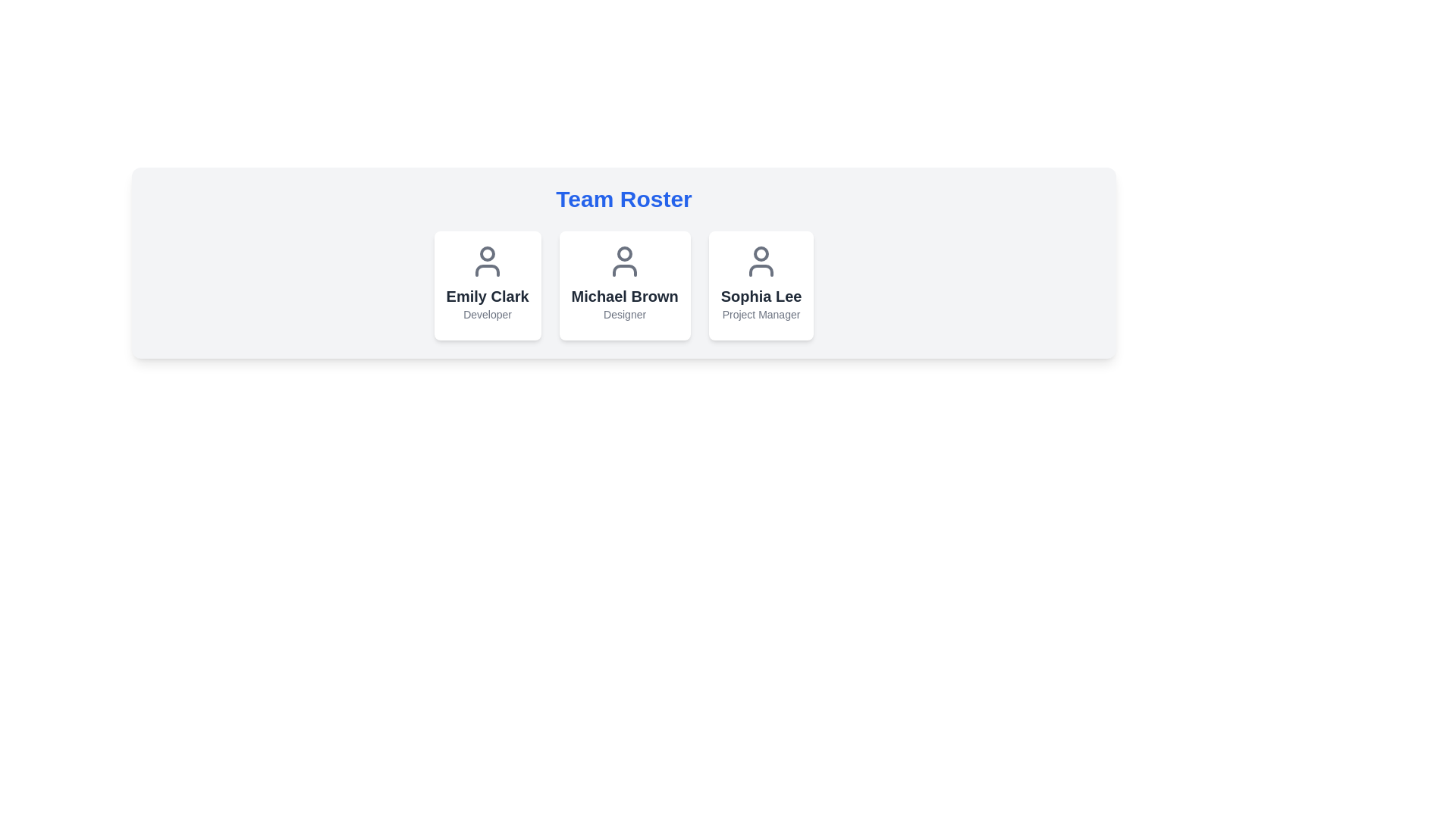 Image resolution: width=1456 pixels, height=819 pixels. I want to click on text content of the label displaying 'Emily Clark', which is prominently positioned in bold on a card in the team roster section, so click(488, 296).